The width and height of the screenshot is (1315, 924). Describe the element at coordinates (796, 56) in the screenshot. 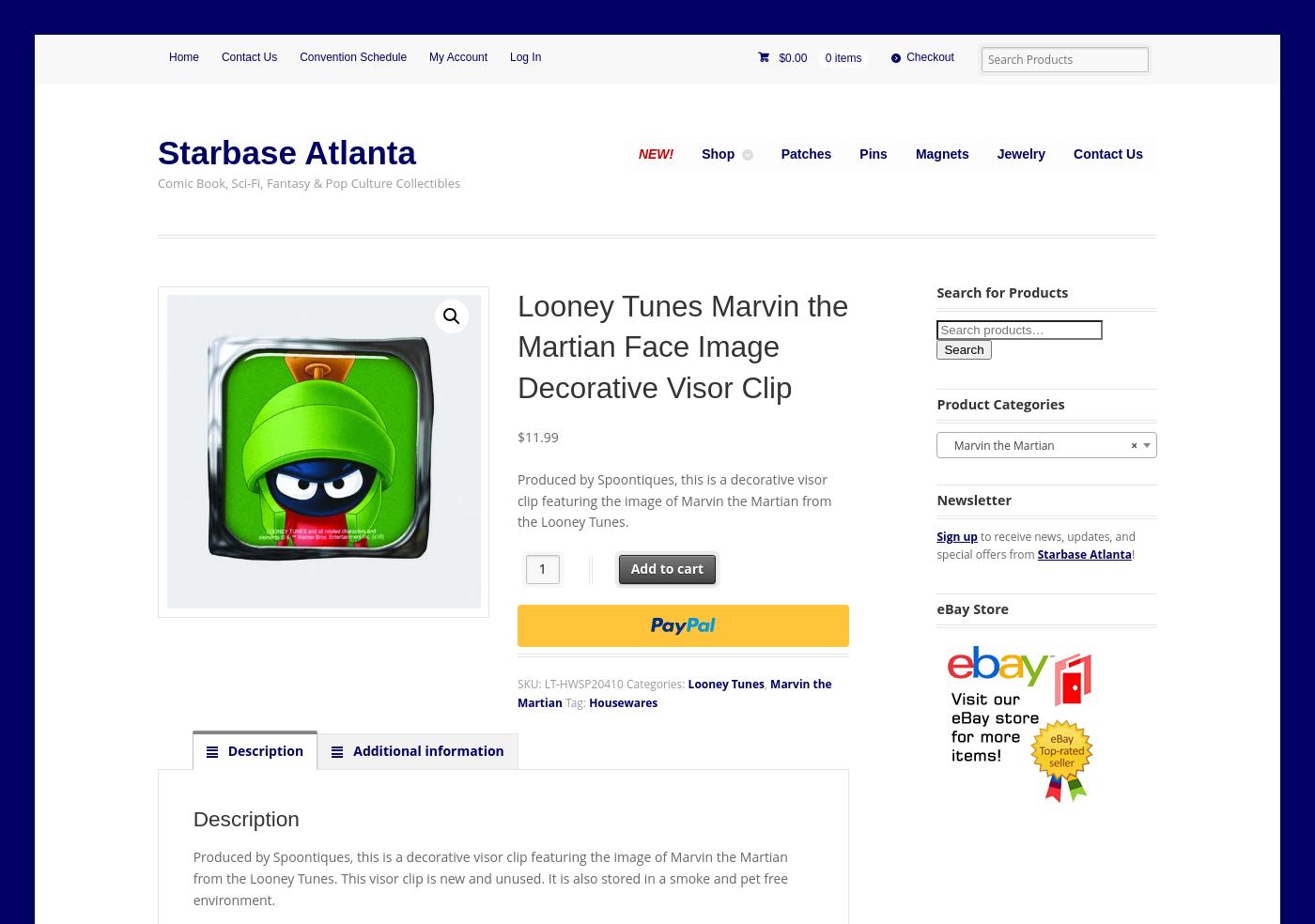

I see `'0.00'` at that location.